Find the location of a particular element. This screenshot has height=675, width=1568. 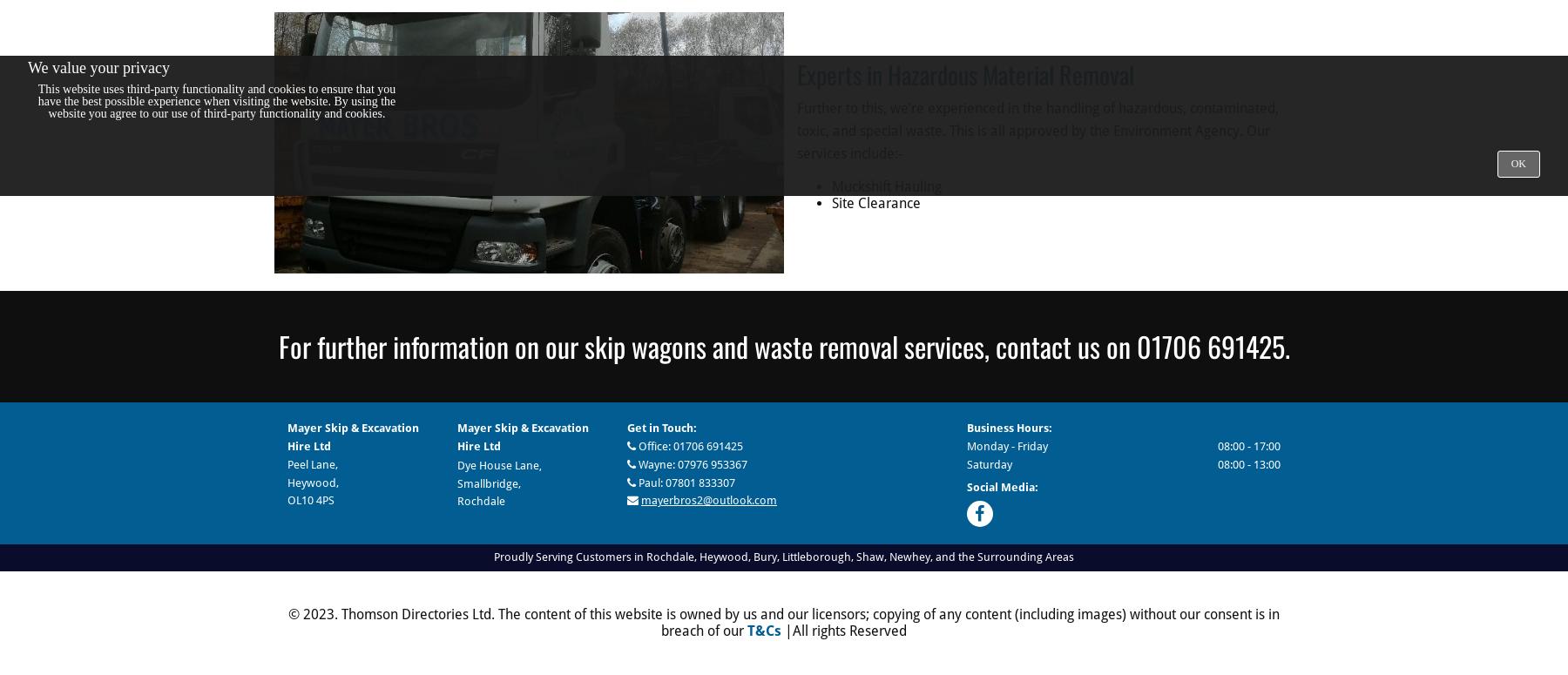

'Monday - Friday' is located at coordinates (965, 444).